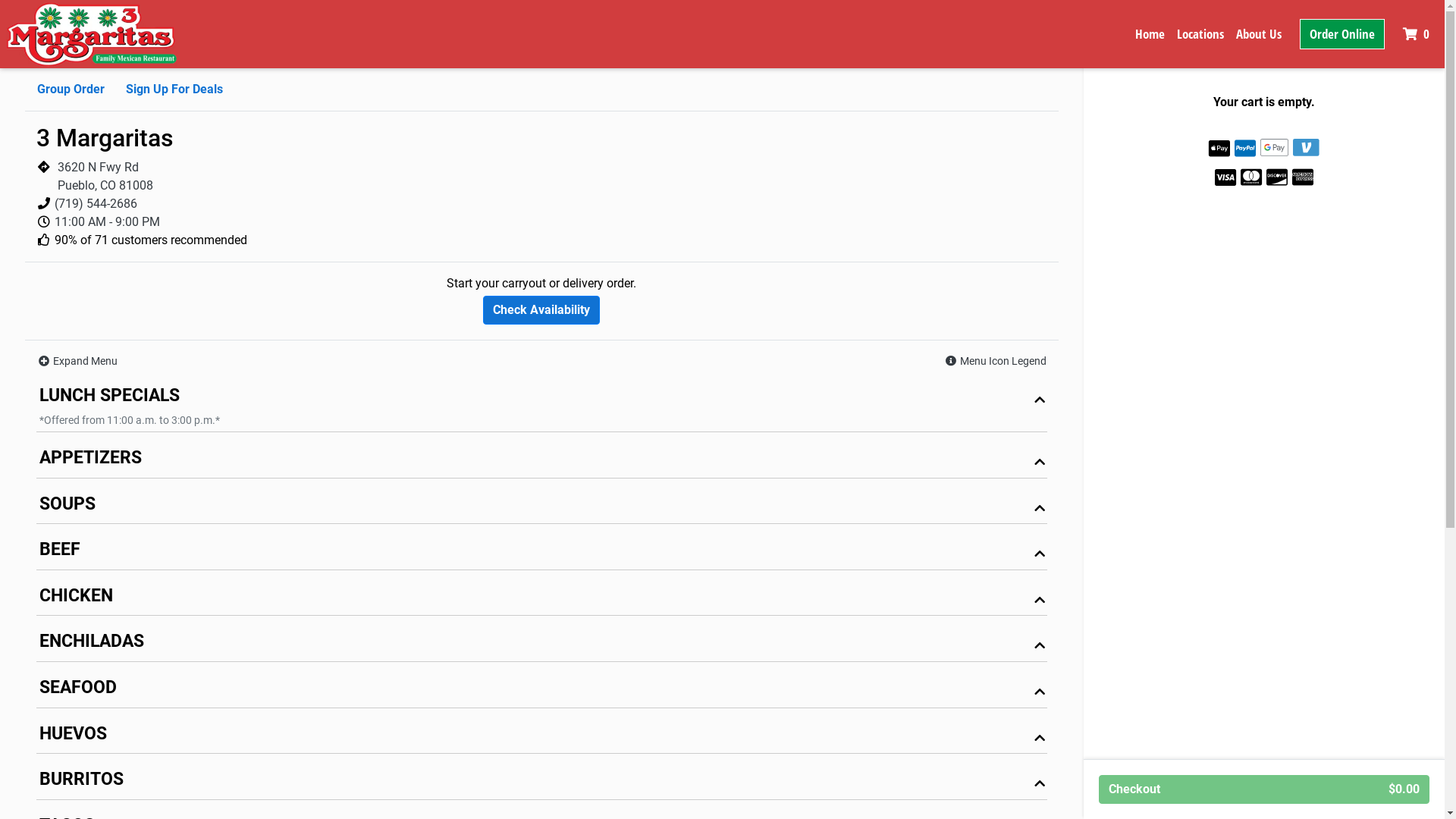 The height and width of the screenshot is (819, 1456). What do you see at coordinates (1274, 147) in the screenshot?
I see `'Accepts Google Pay'` at bounding box center [1274, 147].